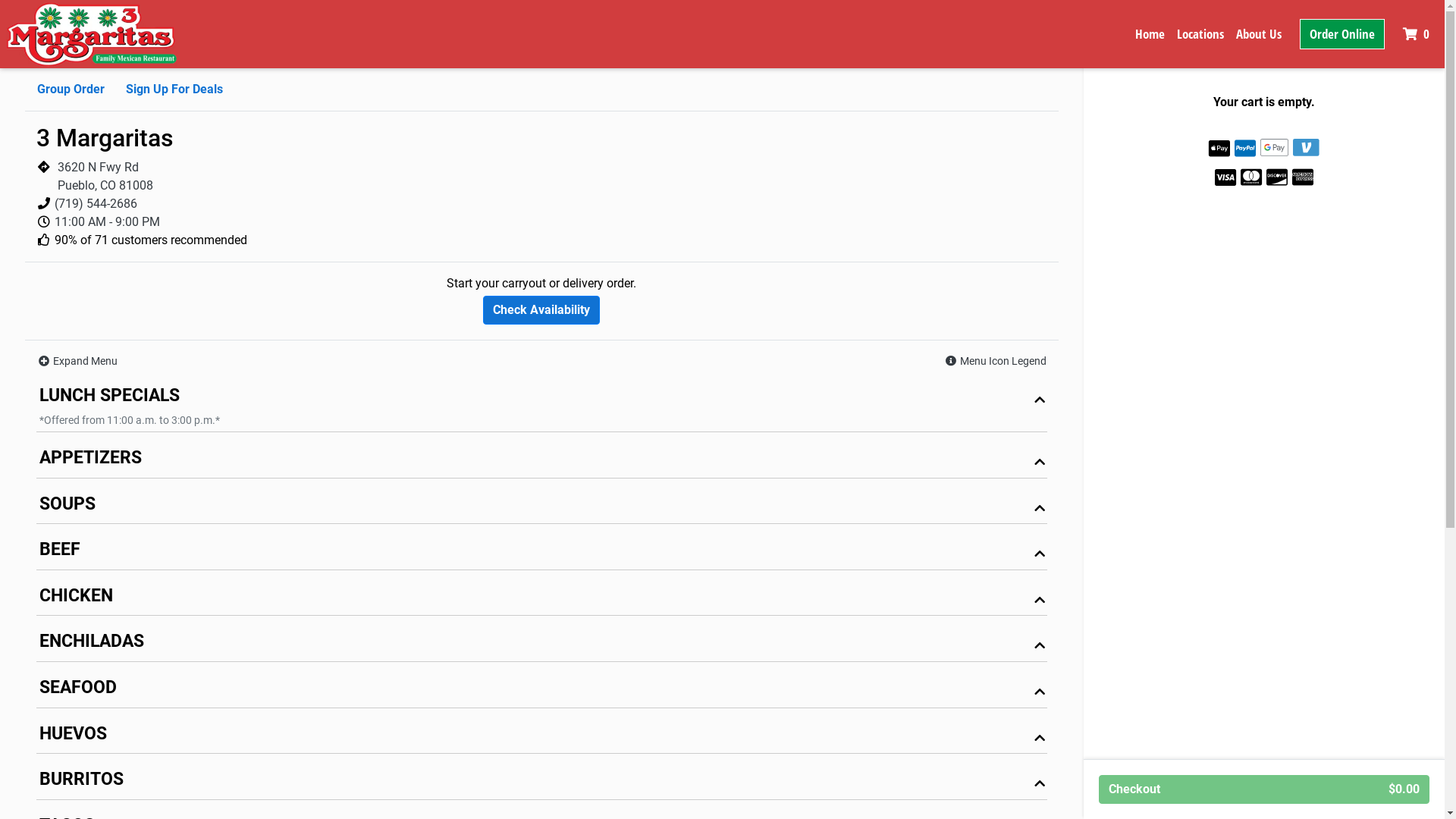 The height and width of the screenshot is (819, 1456). What do you see at coordinates (1274, 147) in the screenshot?
I see `'Accepts Google Pay'` at bounding box center [1274, 147].